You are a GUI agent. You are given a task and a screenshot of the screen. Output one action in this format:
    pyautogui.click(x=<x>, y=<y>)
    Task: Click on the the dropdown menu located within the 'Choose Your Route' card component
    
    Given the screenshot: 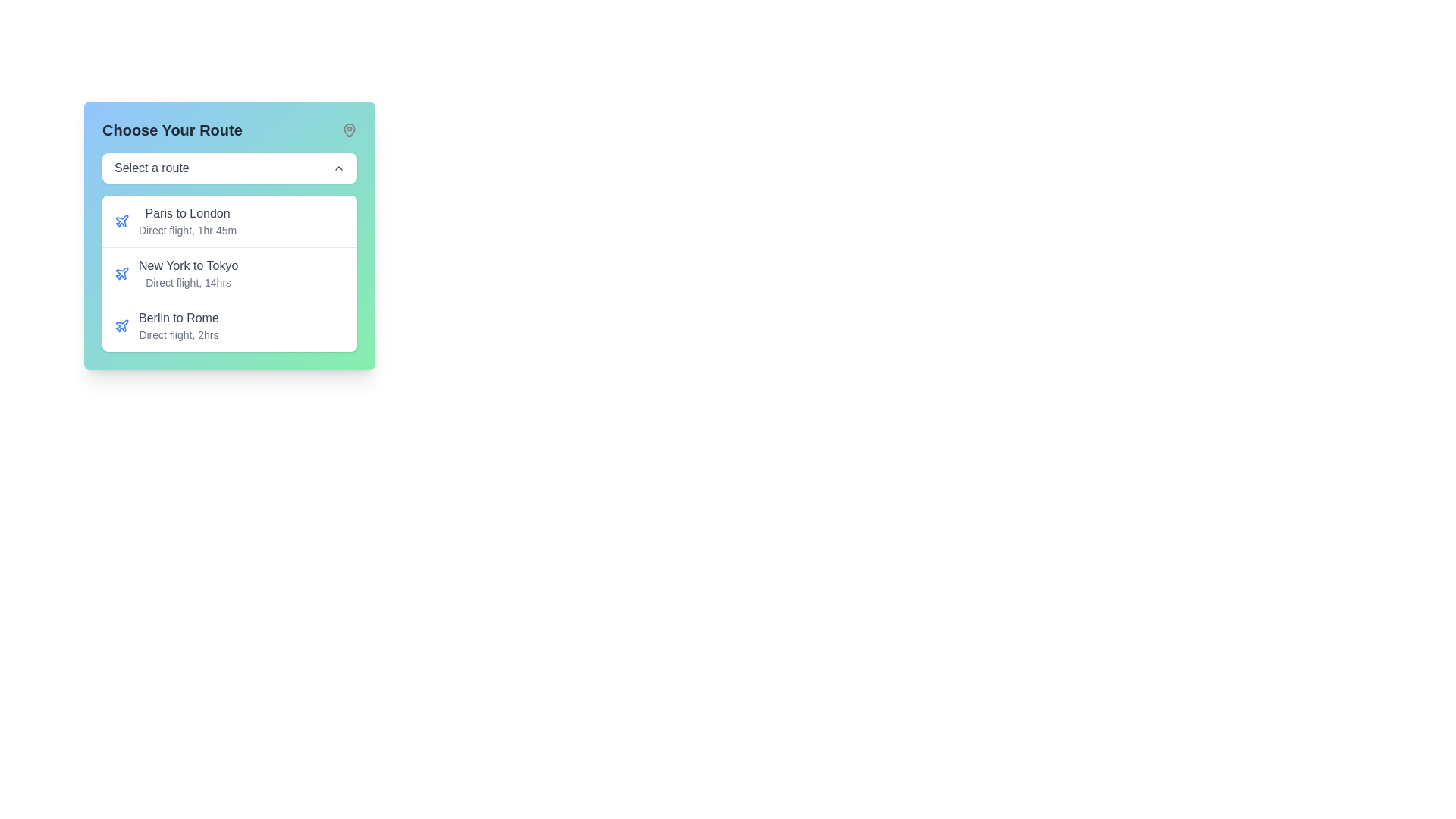 What is the action you would take?
    pyautogui.click(x=228, y=168)
    